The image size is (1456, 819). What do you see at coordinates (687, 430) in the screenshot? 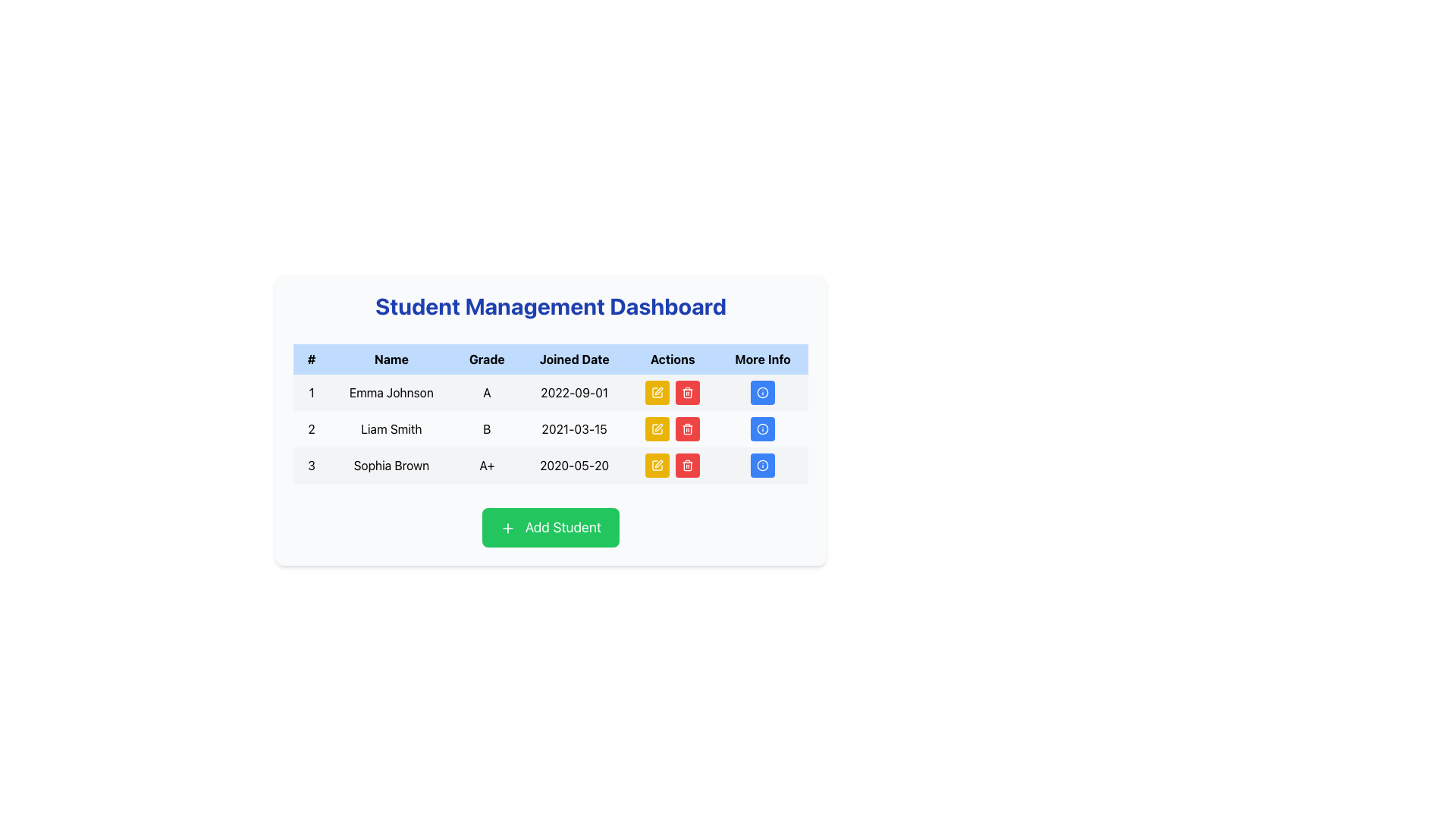
I see `the trash can icon representing 'Liam Smith' in the Actions column of the table` at bounding box center [687, 430].